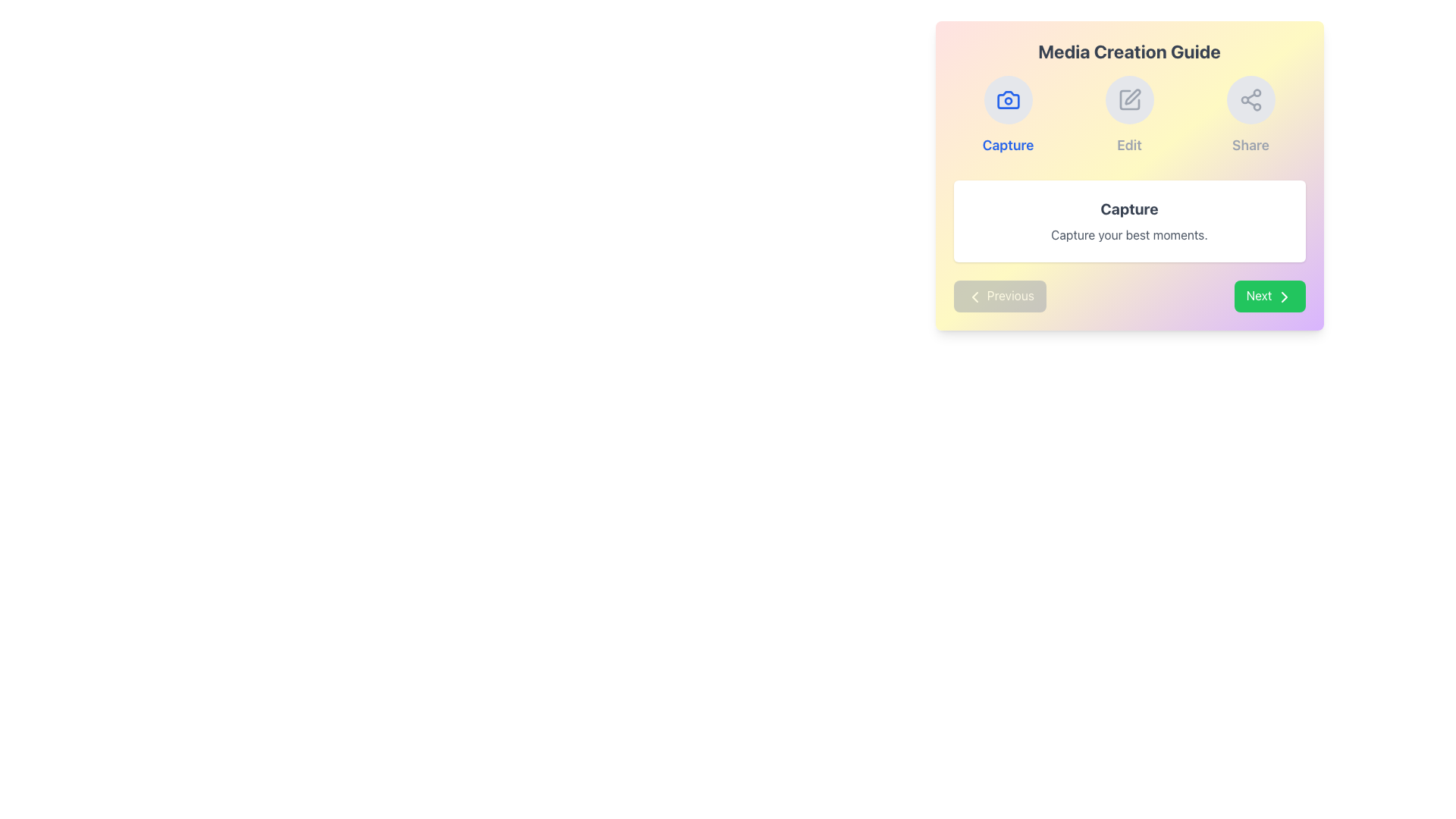 The image size is (1456, 819). What do you see at coordinates (974, 297) in the screenshot?
I see `the leftward chevron icon within the 'Previous' button located in the bottom-left corner of the 'Media Creation Guide' modal` at bounding box center [974, 297].